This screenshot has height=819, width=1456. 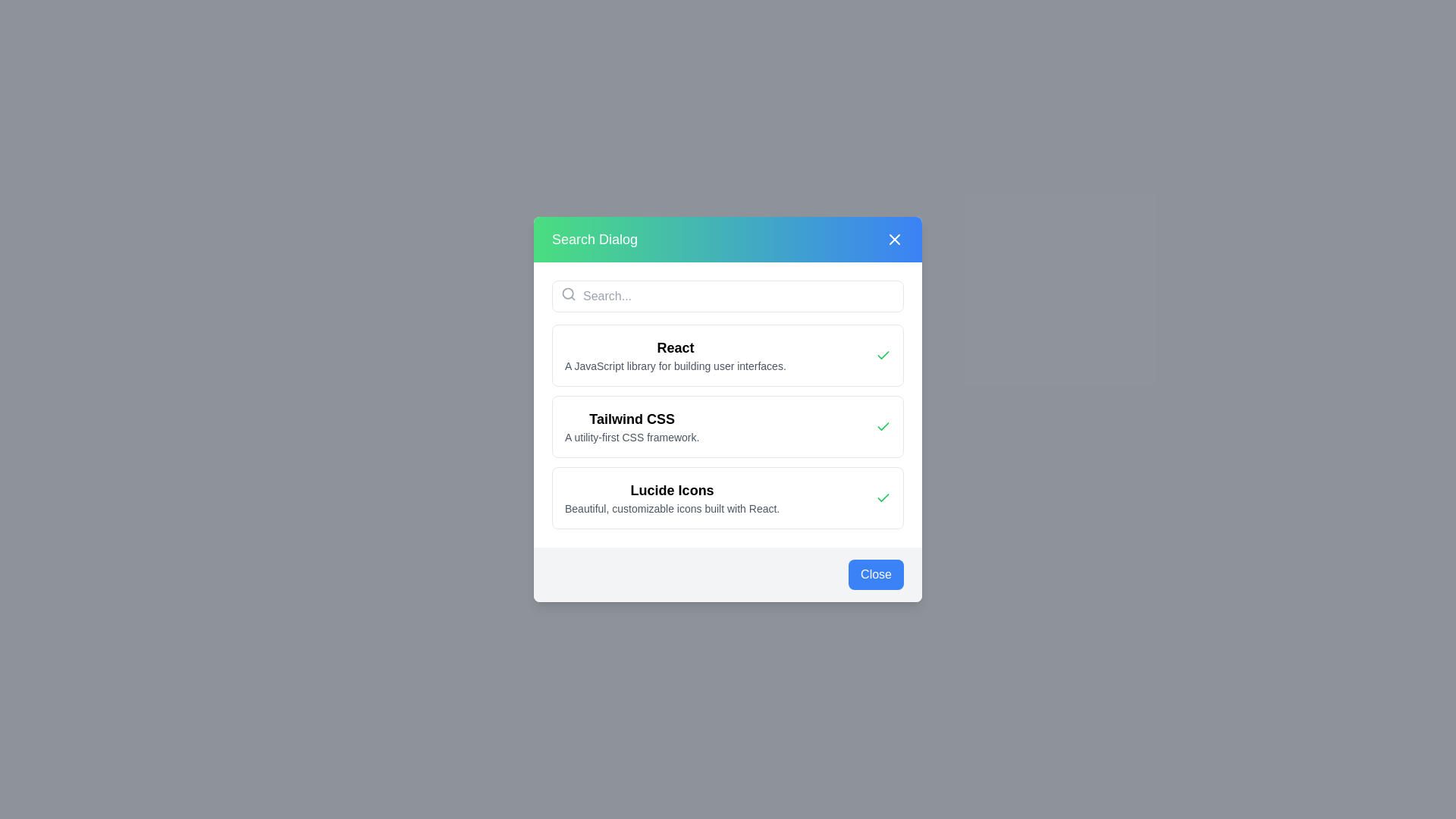 I want to click on the 'Search Dialog' Text Label, which serves as a title or header at the top-left portion of the interface, so click(x=594, y=239).